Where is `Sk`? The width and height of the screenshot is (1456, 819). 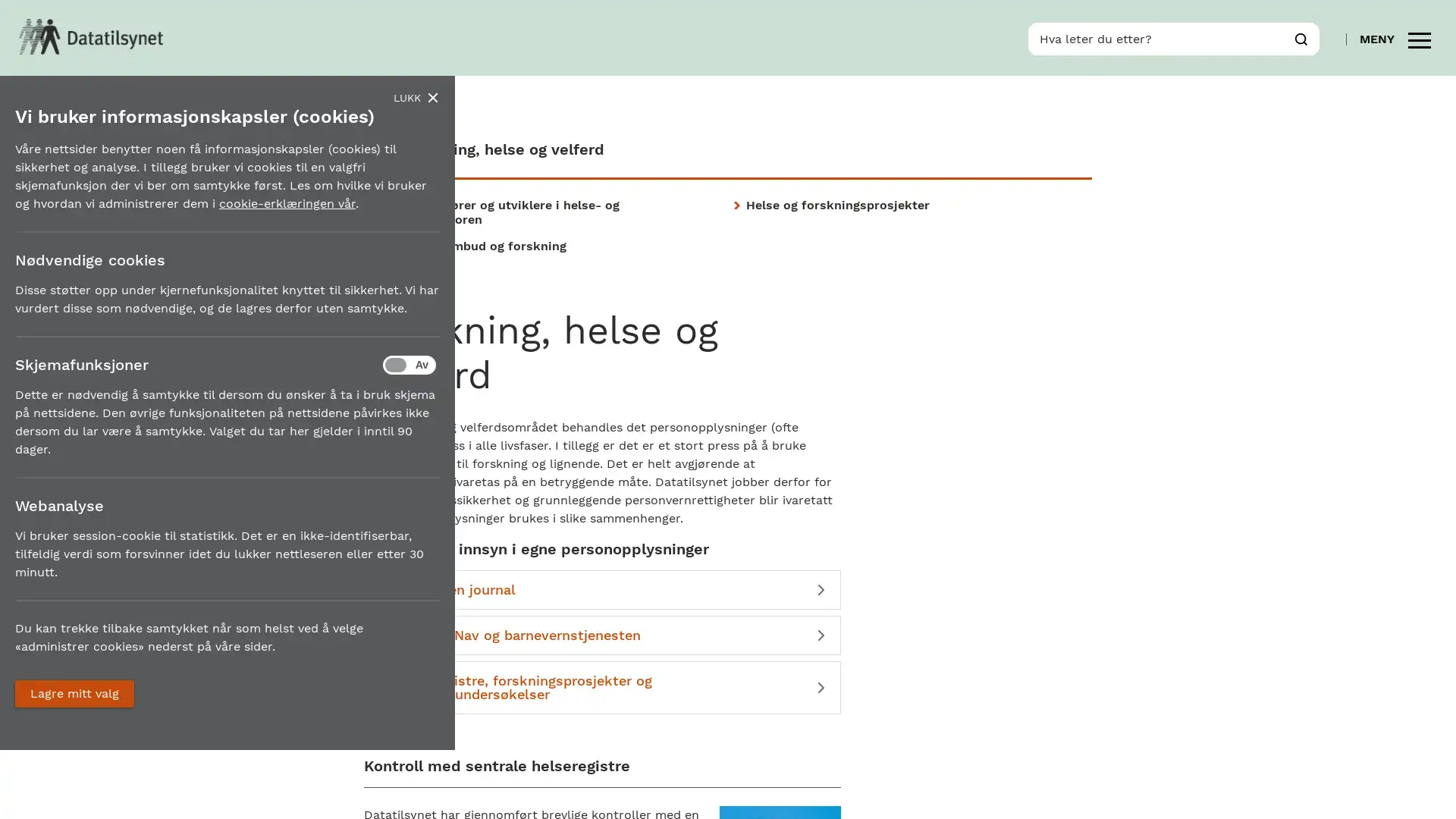
Sk is located at coordinates (1301, 37).